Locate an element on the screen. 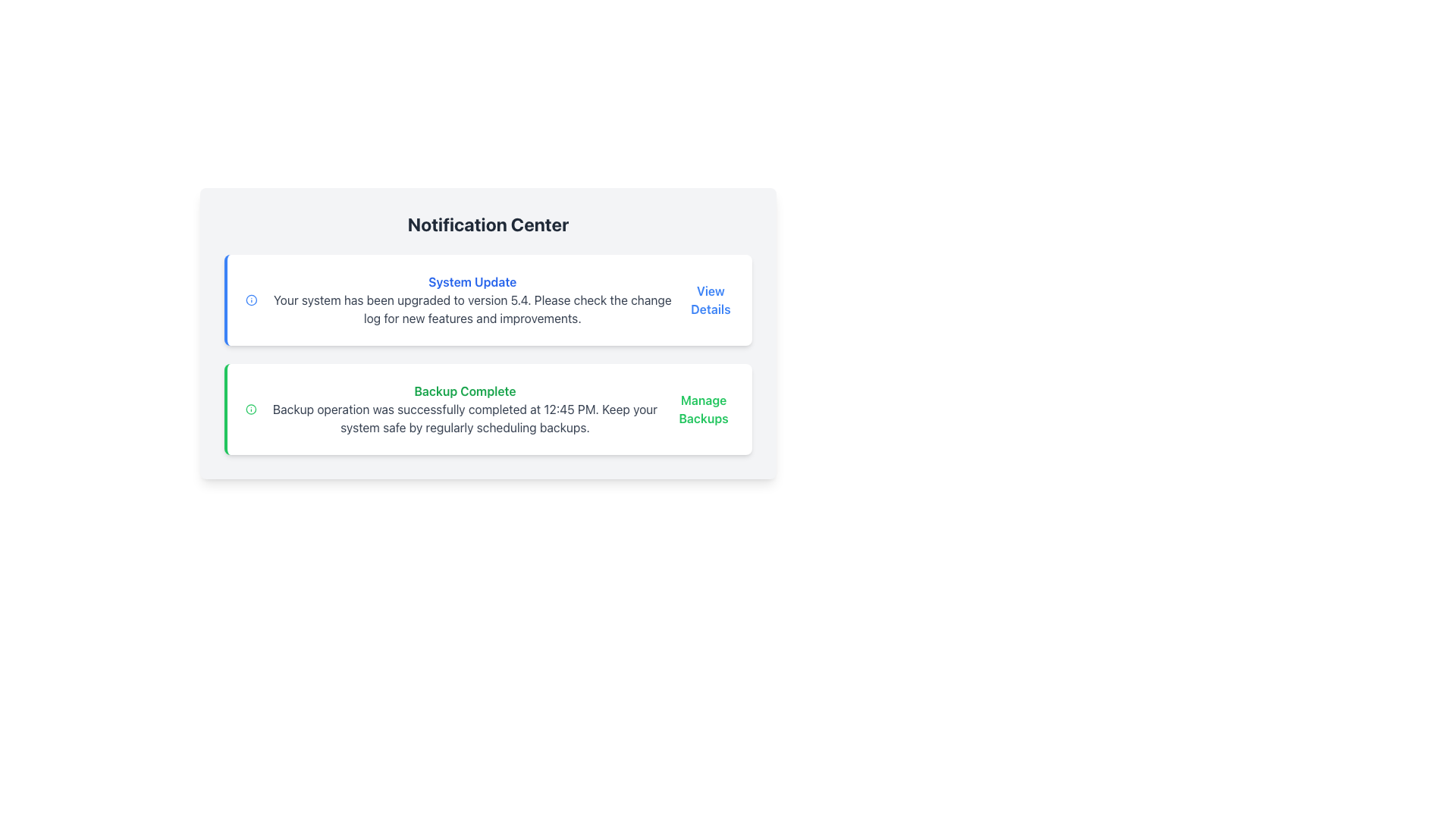 The image size is (1456, 819). the SVG Circle that serves as a visual signal in the notification section, positioned at the center of the informational icon is located at coordinates (251, 300).